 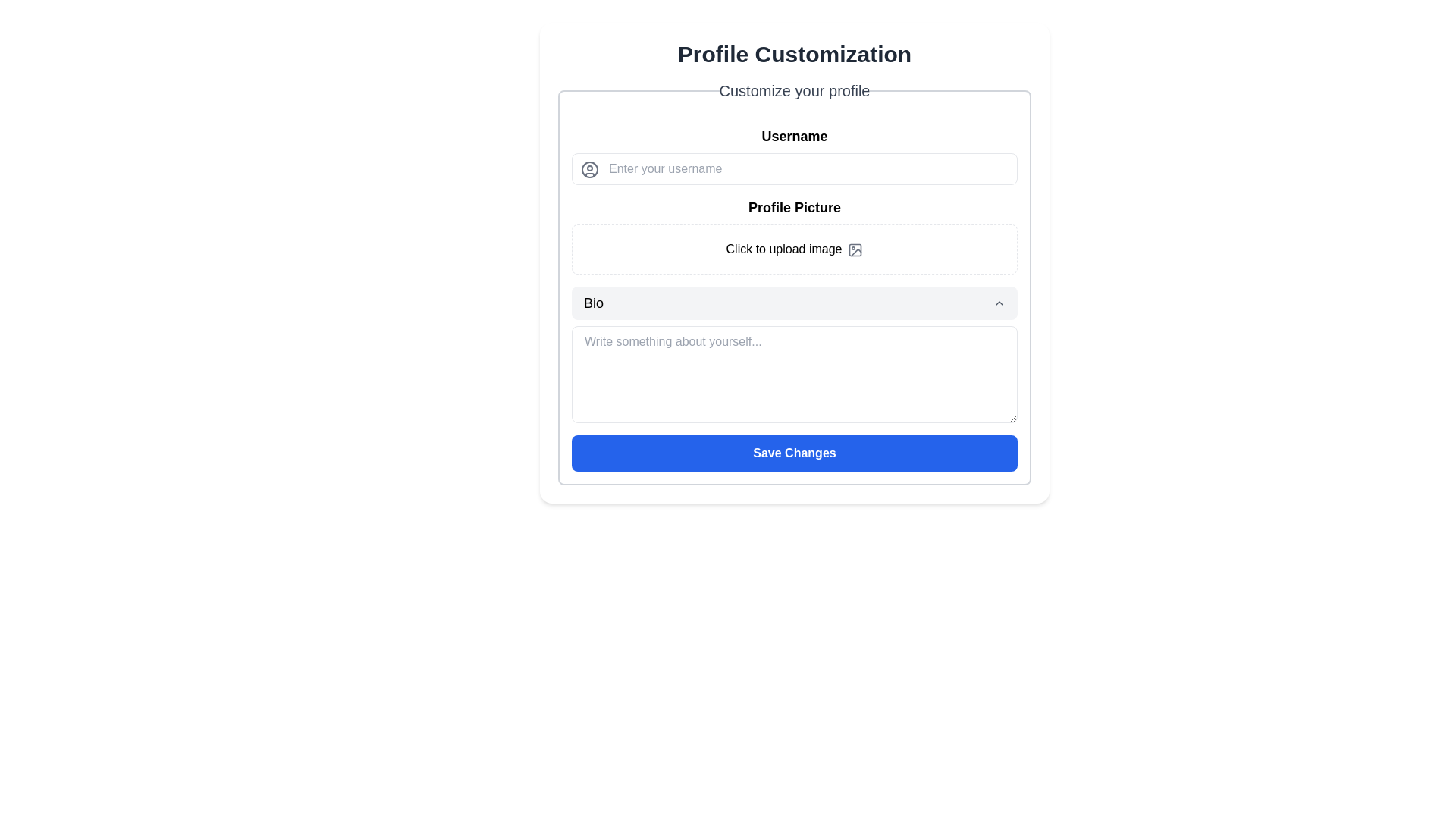 I want to click on the descriptive label for the profile picture upload section, located at the top-center of the interface, directly below the 'Username' input field, so click(x=793, y=207).